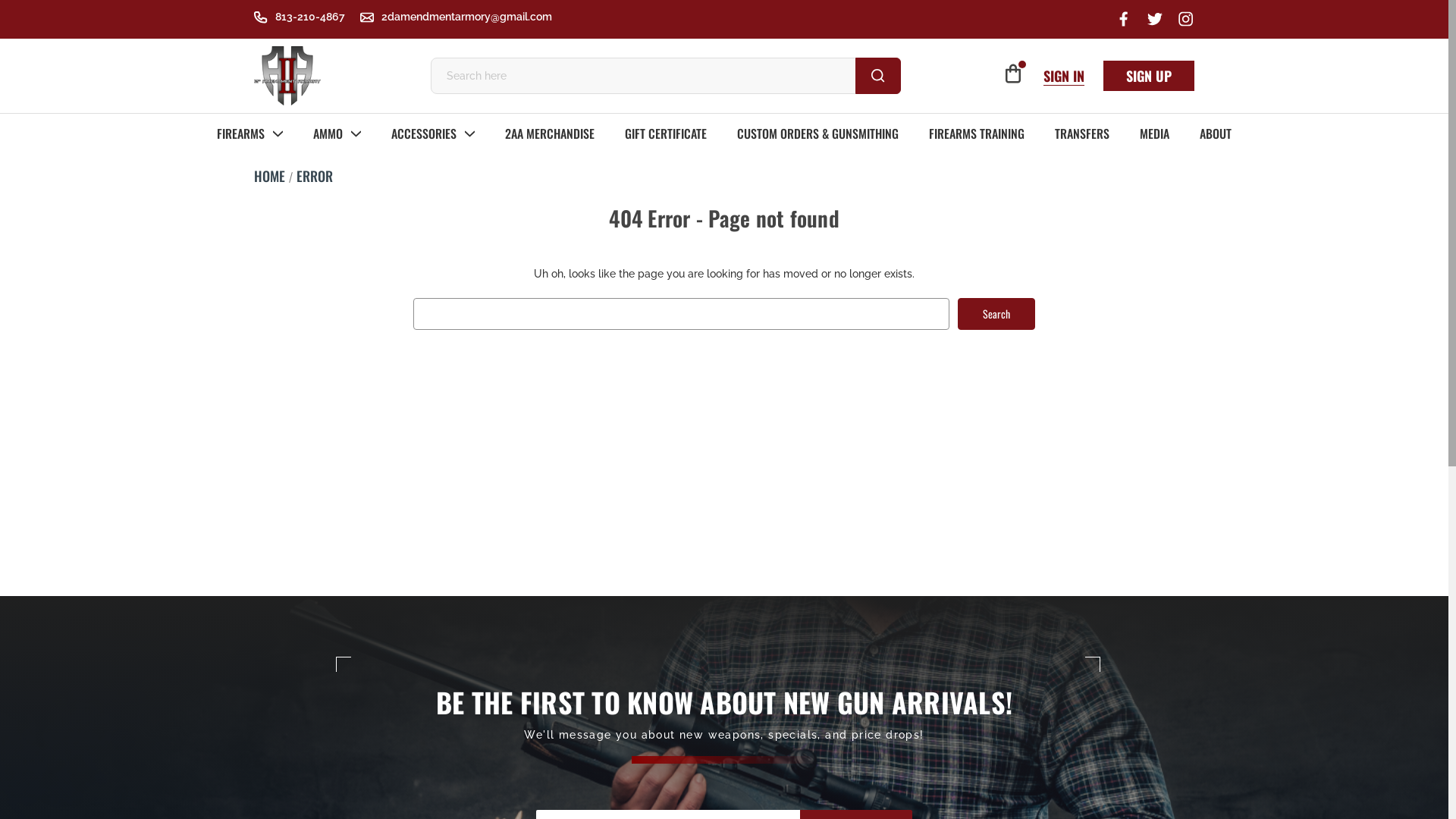 Image resolution: width=1456 pixels, height=819 pixels. Describe the element at coordinates (1216, 133) in the screenshot. I see `'ABOUT'` at that location.